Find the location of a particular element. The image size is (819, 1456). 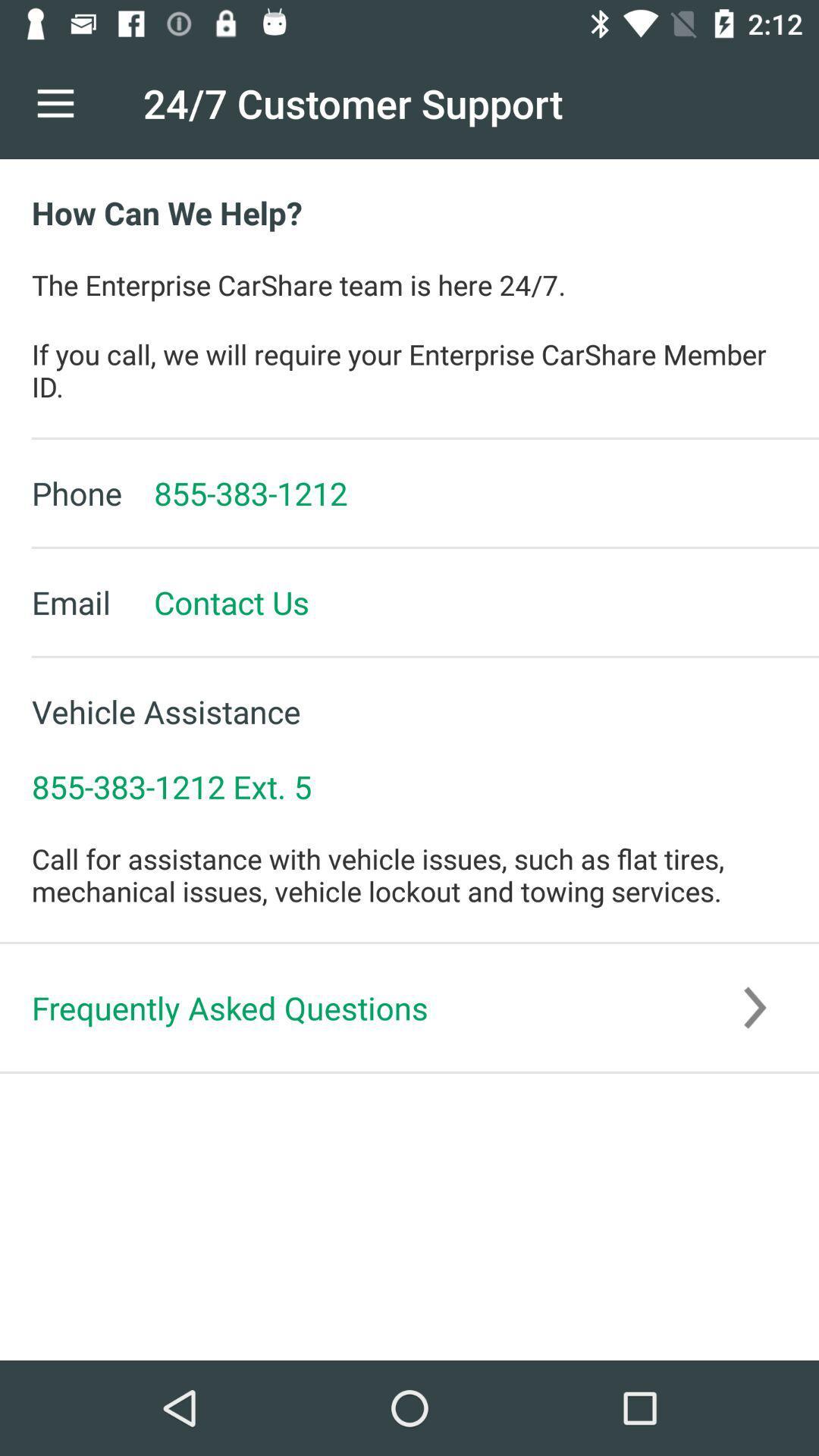

icon next to email icon is located at coordinates (215, 601).